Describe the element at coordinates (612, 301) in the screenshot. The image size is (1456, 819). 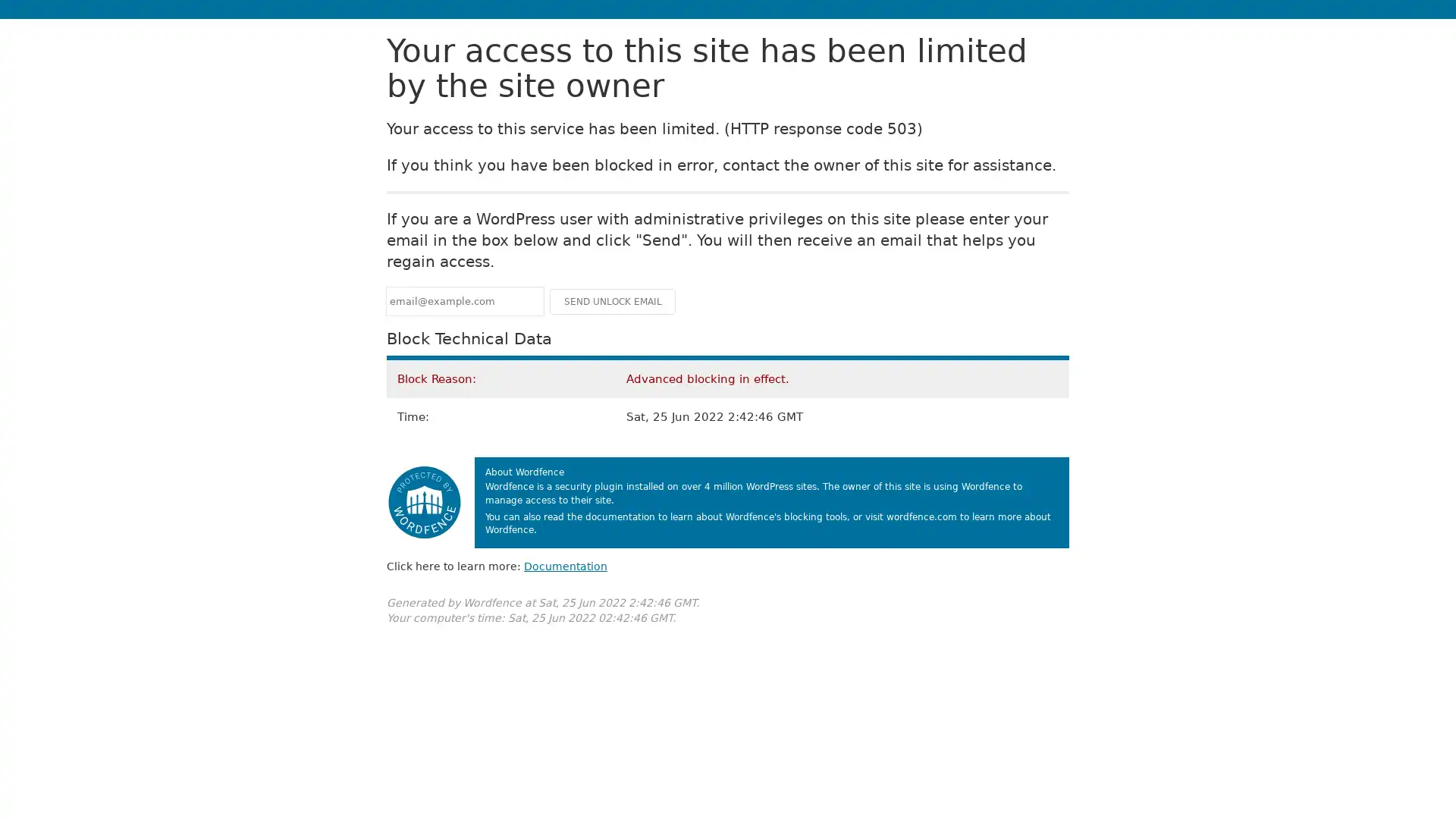
I see `Send Unlock Email` at that location.